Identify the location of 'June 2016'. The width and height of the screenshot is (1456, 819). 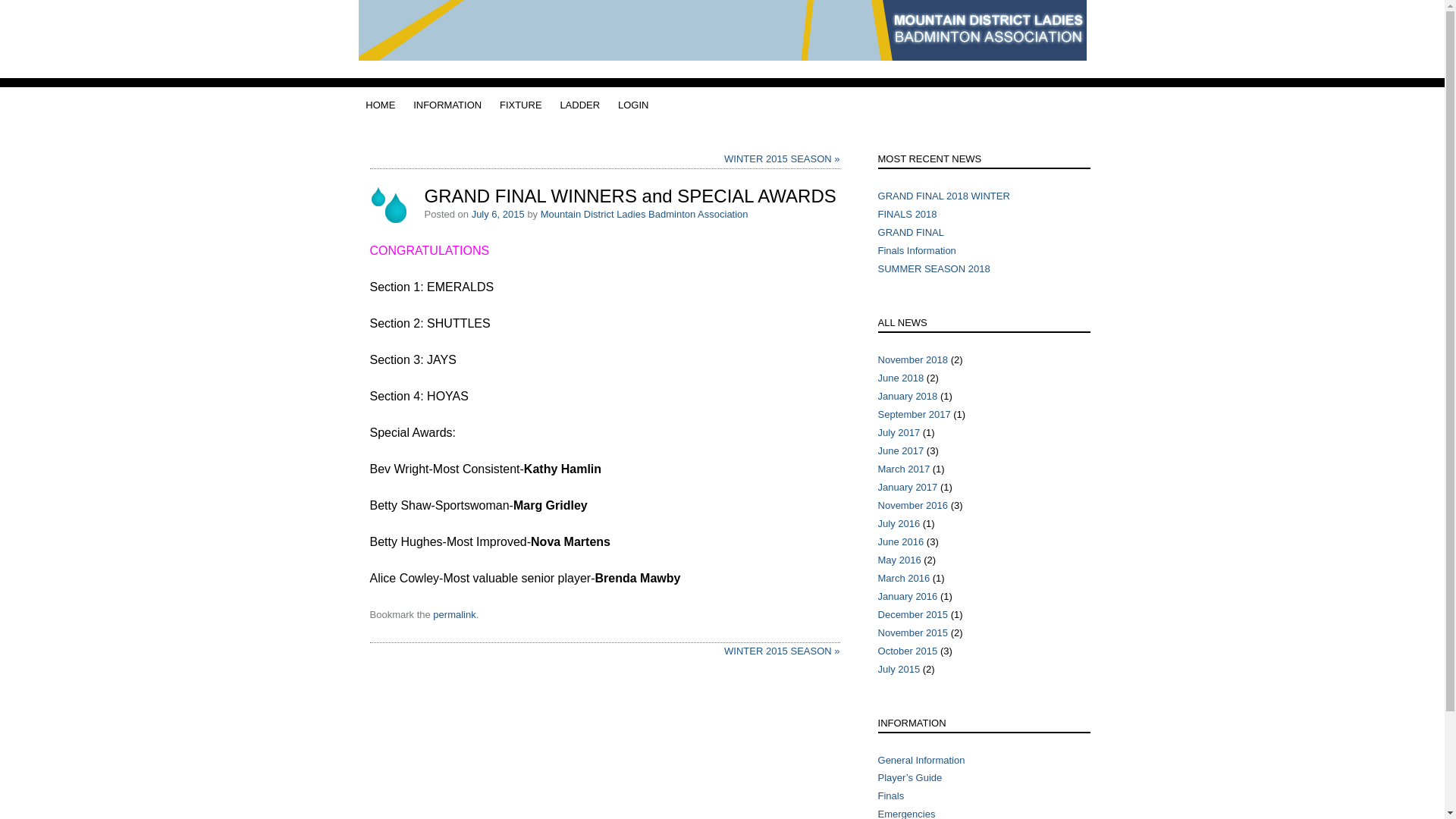
(901, 541).